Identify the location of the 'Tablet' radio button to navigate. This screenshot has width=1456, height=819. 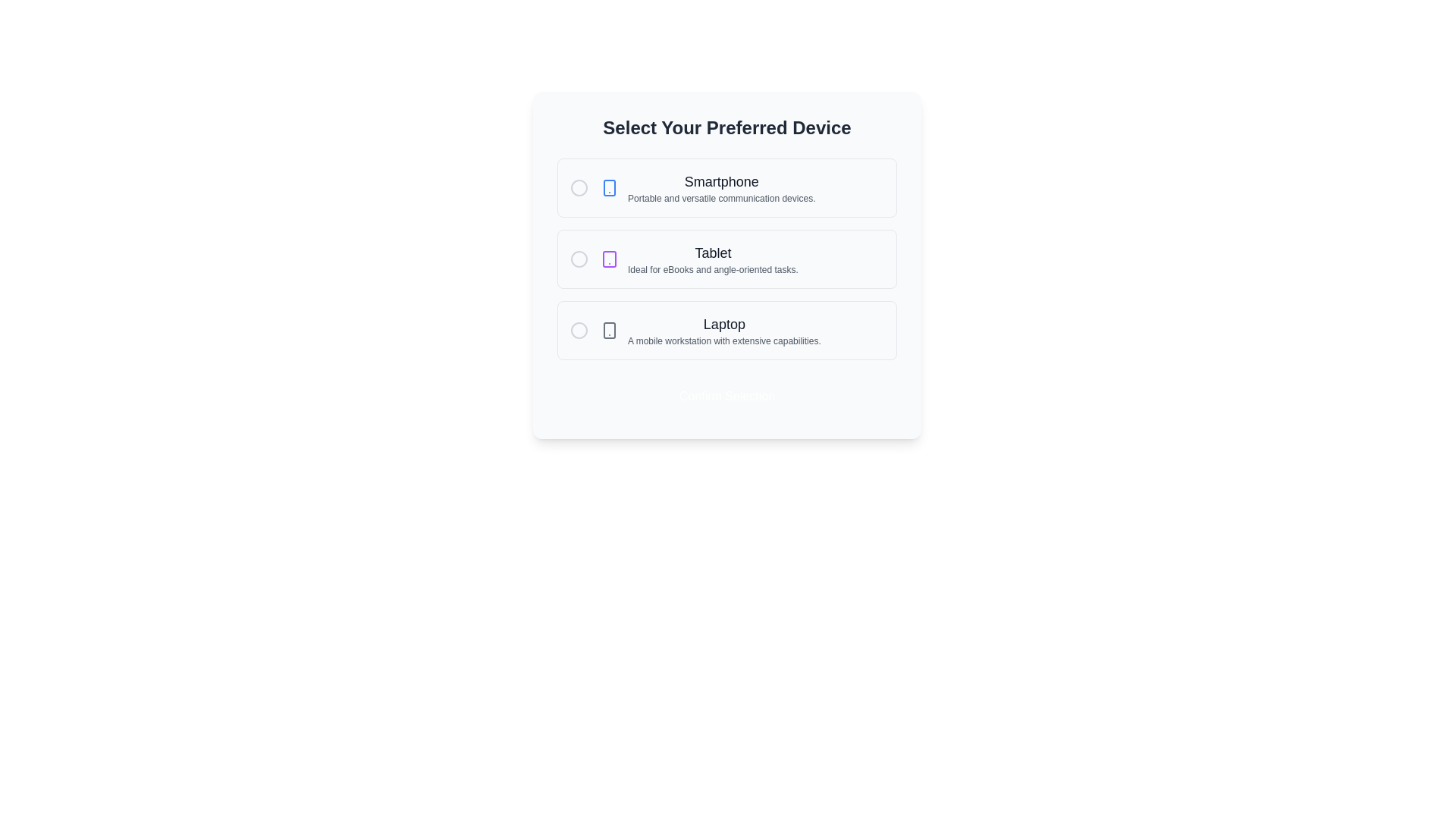
(578, 259).